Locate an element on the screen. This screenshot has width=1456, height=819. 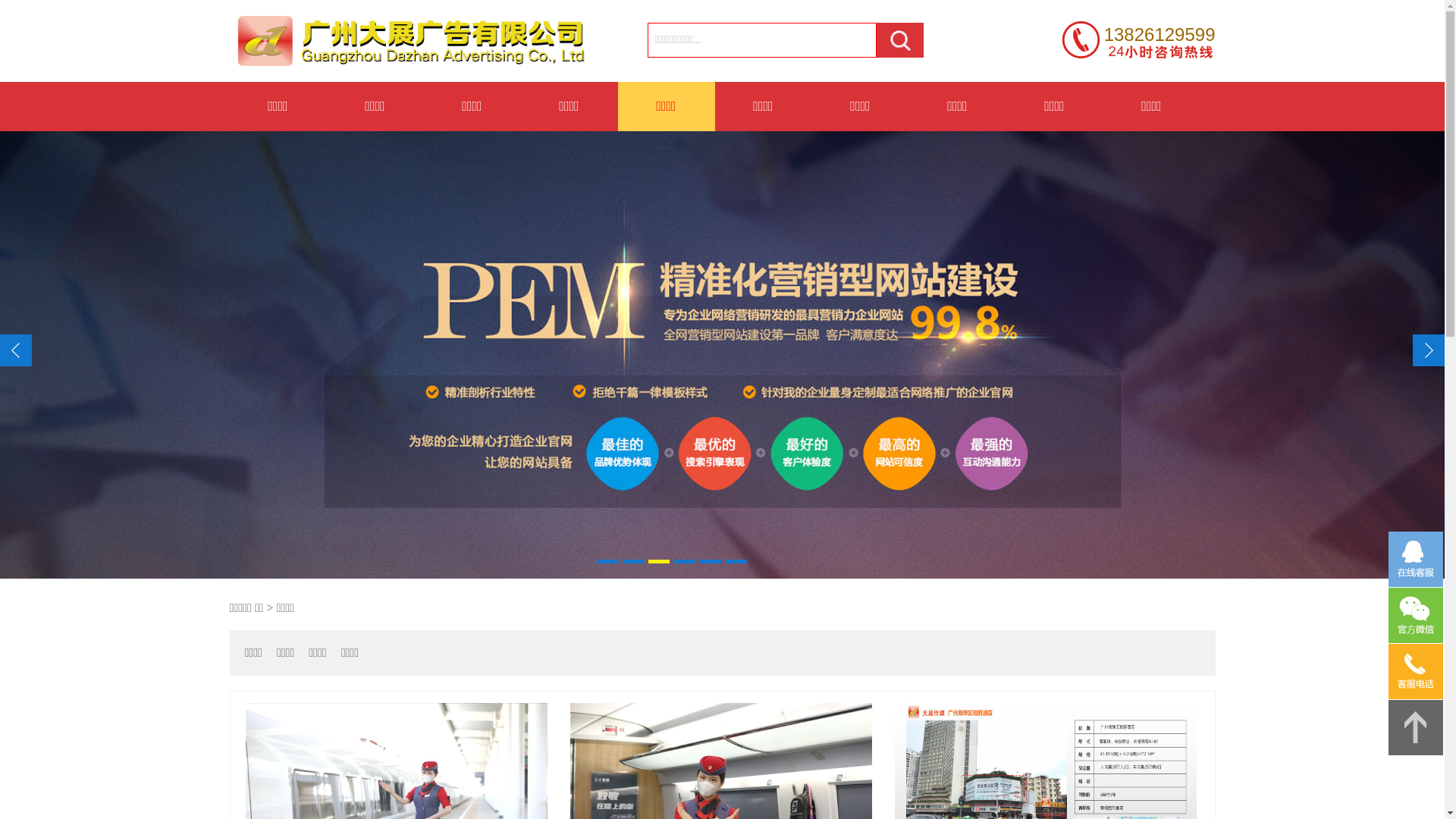
'4' is located at coordinates (683, 561).